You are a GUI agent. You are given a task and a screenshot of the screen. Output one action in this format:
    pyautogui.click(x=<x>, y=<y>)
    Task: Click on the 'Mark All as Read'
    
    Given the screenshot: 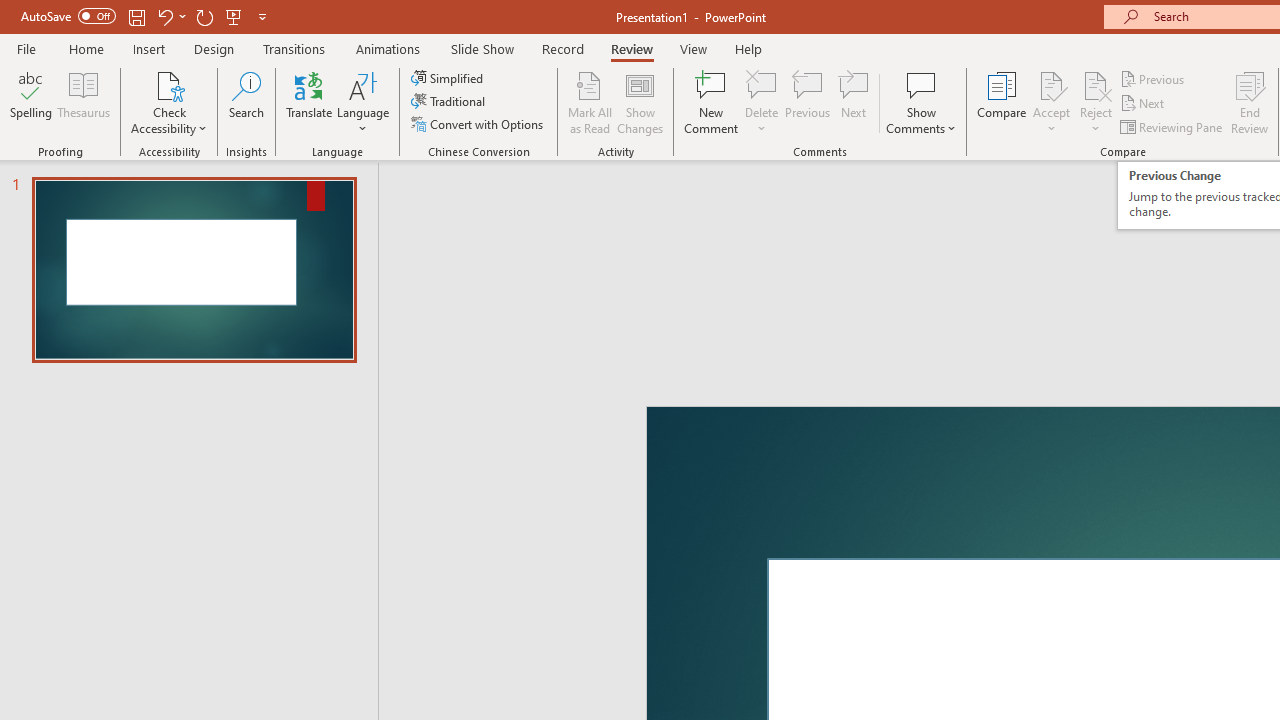 What is the action you would take?
    pyautogui.click(x=589, y=103)
    